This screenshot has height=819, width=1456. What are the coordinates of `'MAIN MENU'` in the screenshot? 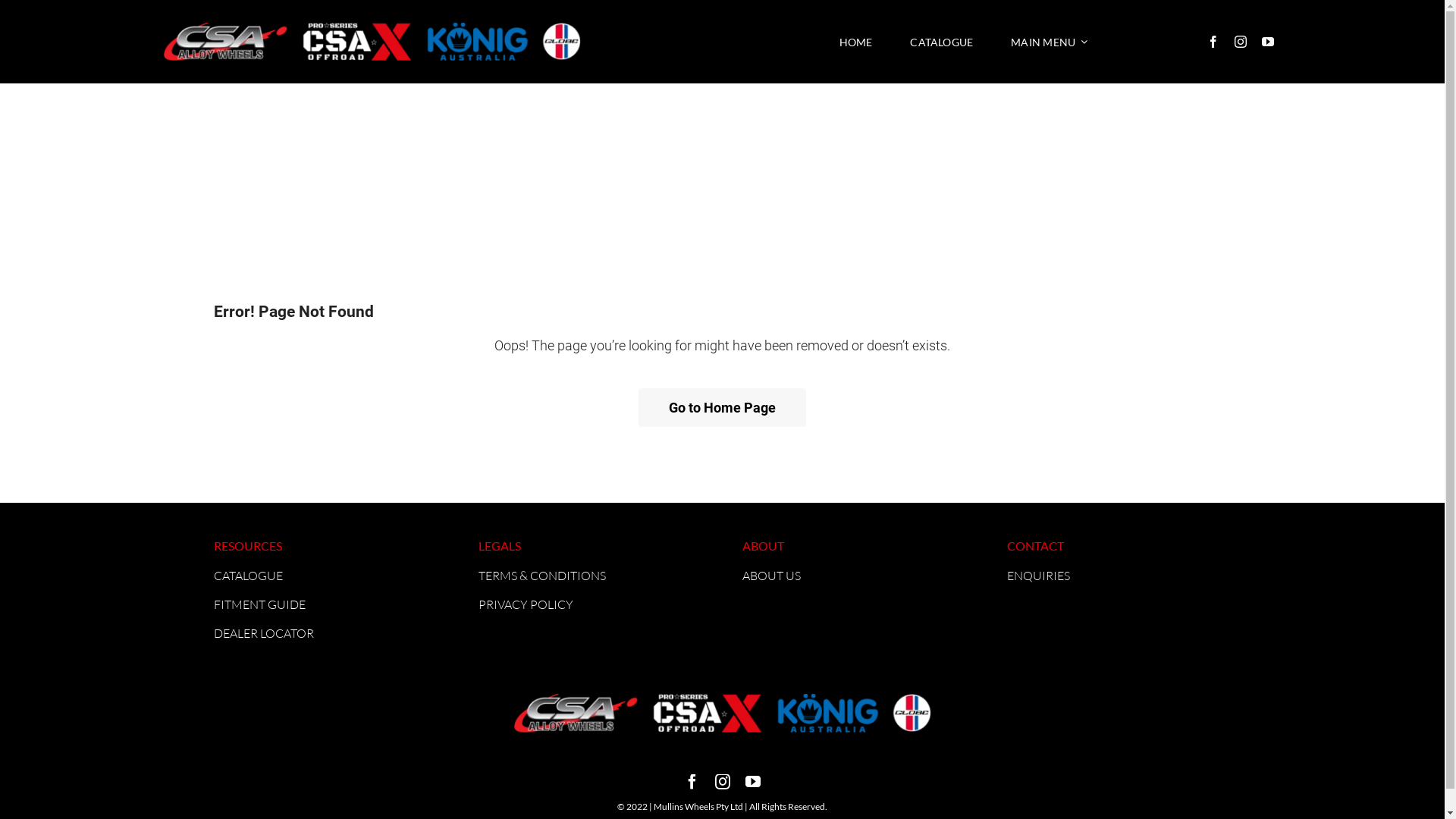 It's located at (1048, 41).